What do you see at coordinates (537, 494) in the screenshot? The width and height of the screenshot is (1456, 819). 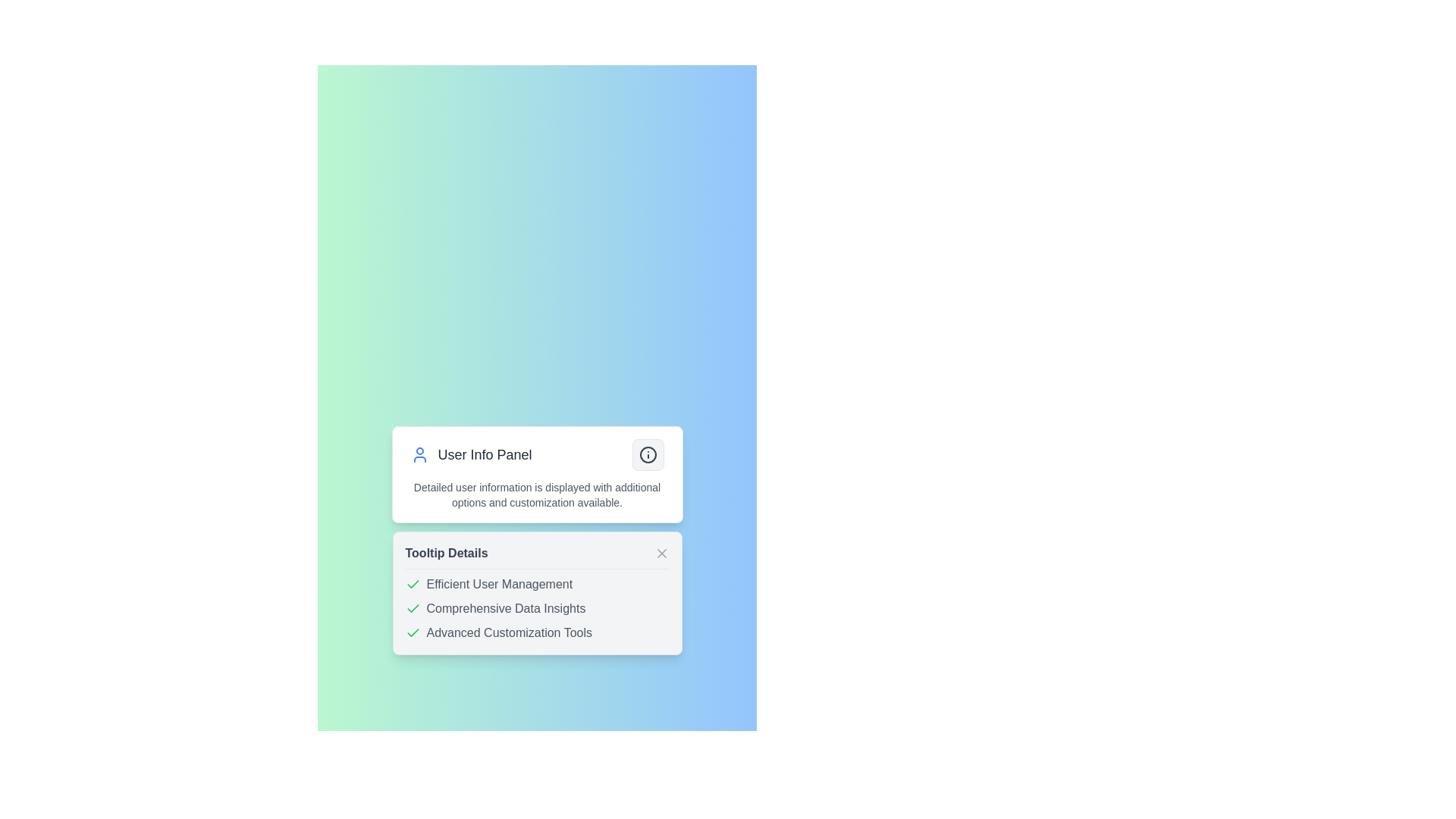 I see `the static text block displaying 'Detailed user information is displayed with additional options and customization available.' located below the 'User Info Panel' header` at bounding box center [537, 494].